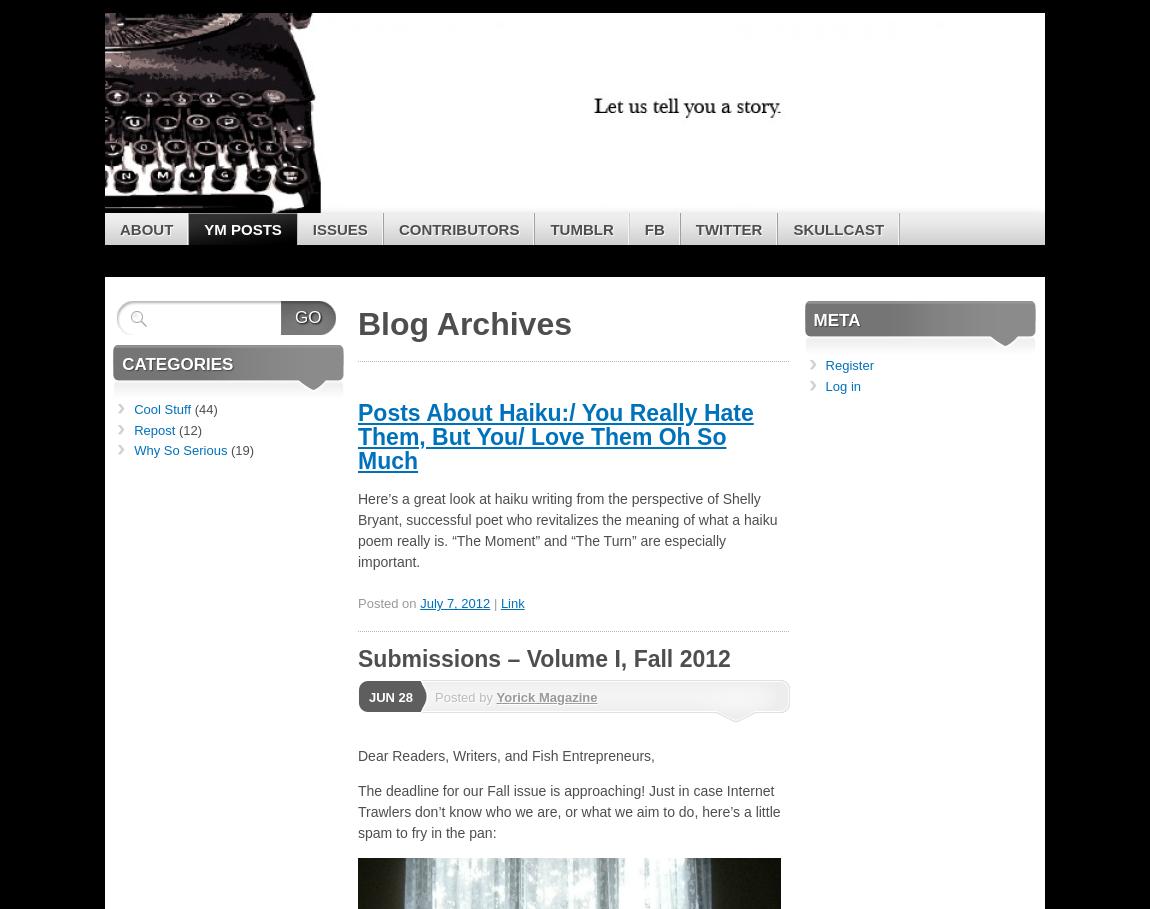 This screenshot has height=909, width=1150. I want to click on '|', so click(496, 603).